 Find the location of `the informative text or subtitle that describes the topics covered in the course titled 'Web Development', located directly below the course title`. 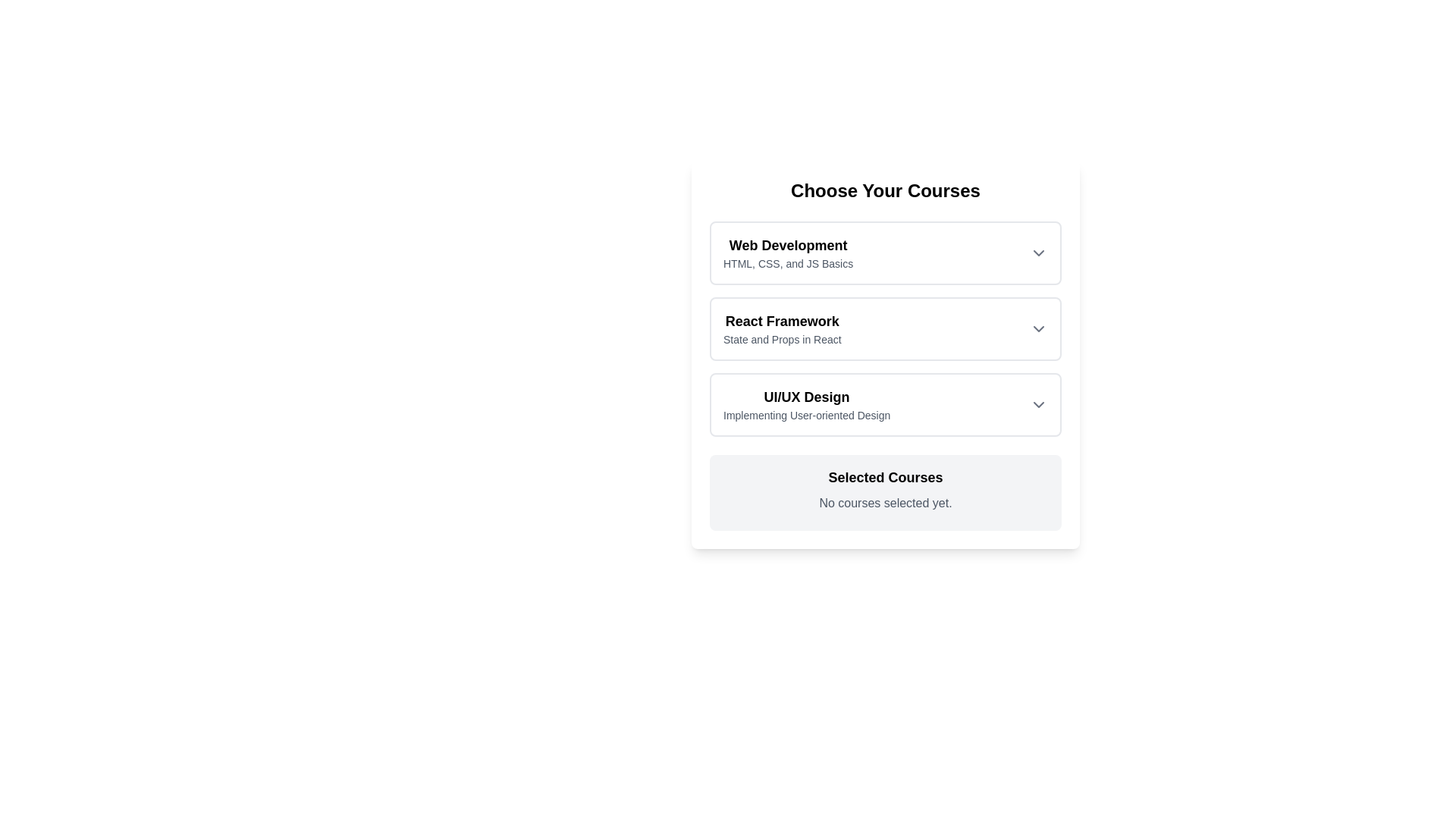

the informative text or subtitle that describes the topics covered in the course titled 'Web Development', located directly below the course title is located at coordinates (788, 262).